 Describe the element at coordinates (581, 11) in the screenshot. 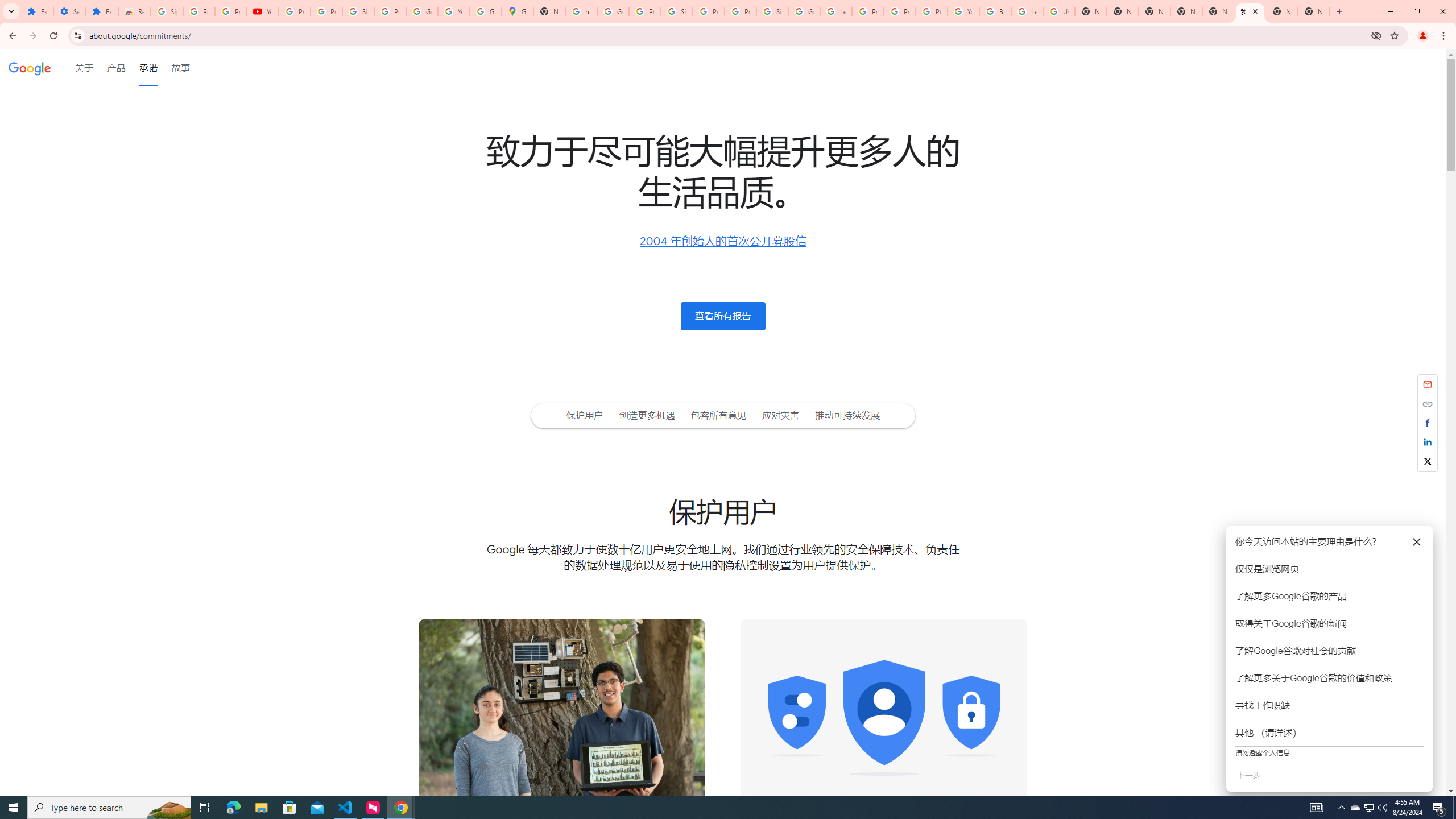

I see `'https://scholar.google.com/'` at that location.